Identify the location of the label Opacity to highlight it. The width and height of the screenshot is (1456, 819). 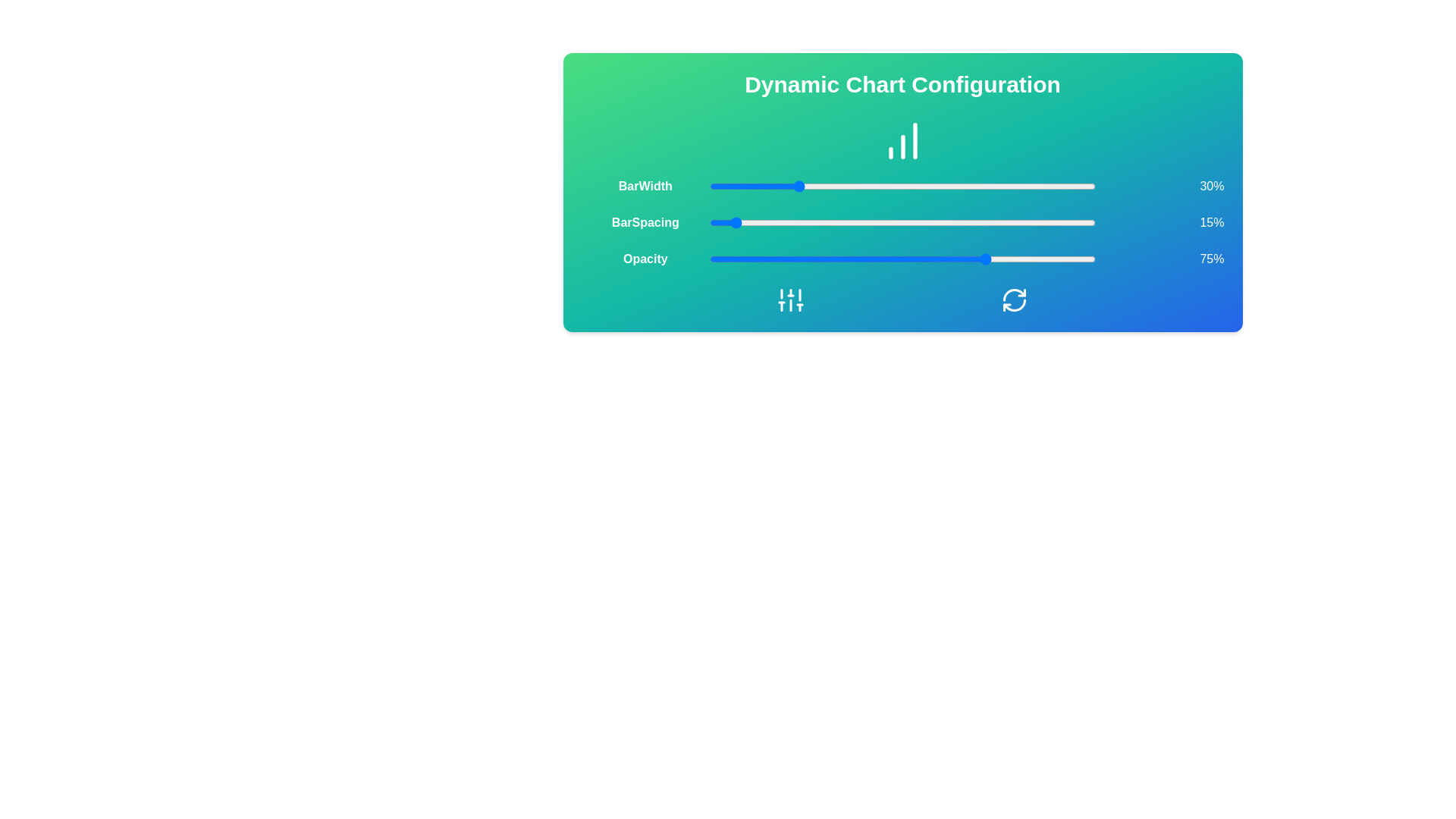
(645, 259).